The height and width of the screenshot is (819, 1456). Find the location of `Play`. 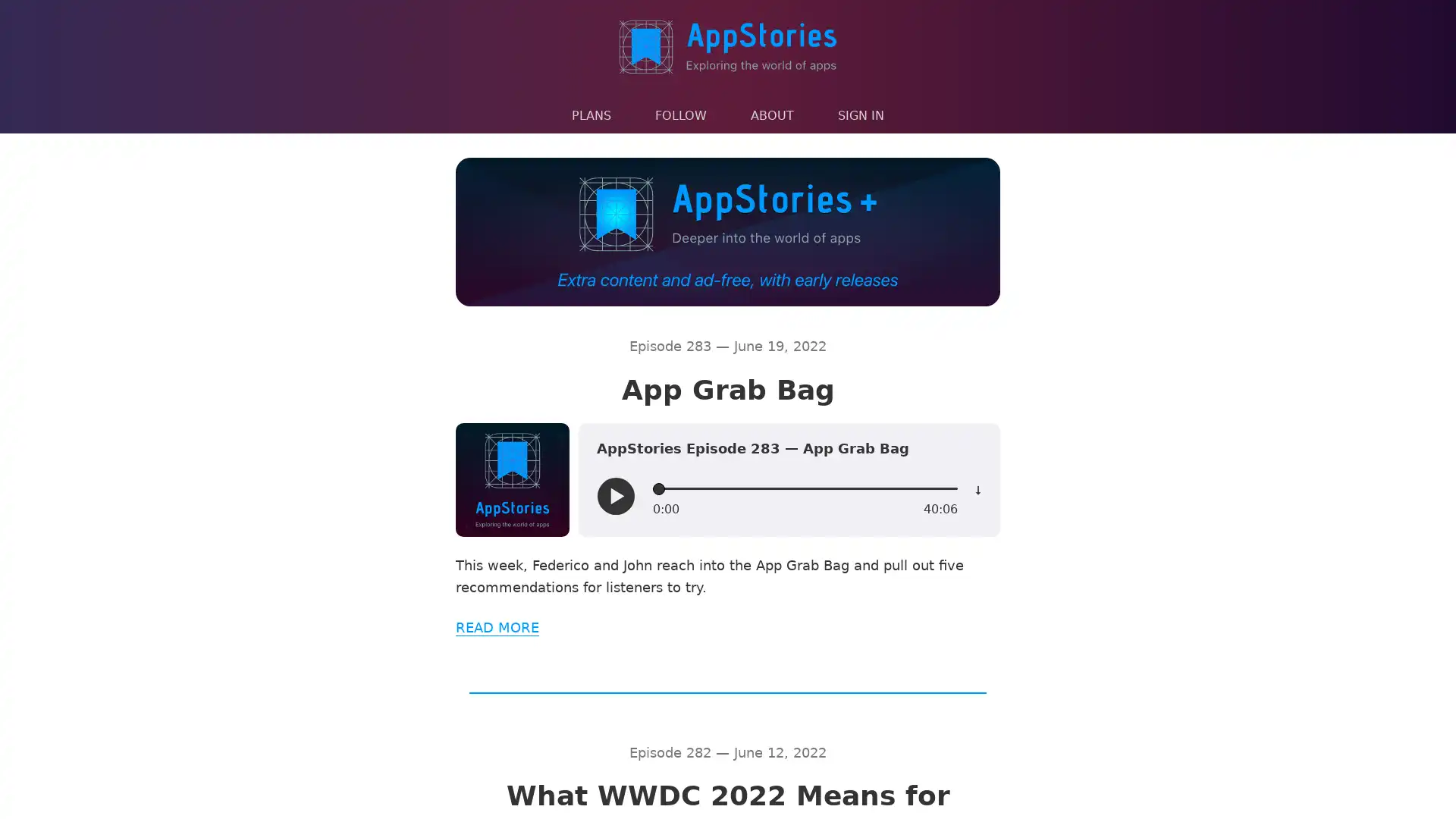

Play is located at coordinates (615, 497).